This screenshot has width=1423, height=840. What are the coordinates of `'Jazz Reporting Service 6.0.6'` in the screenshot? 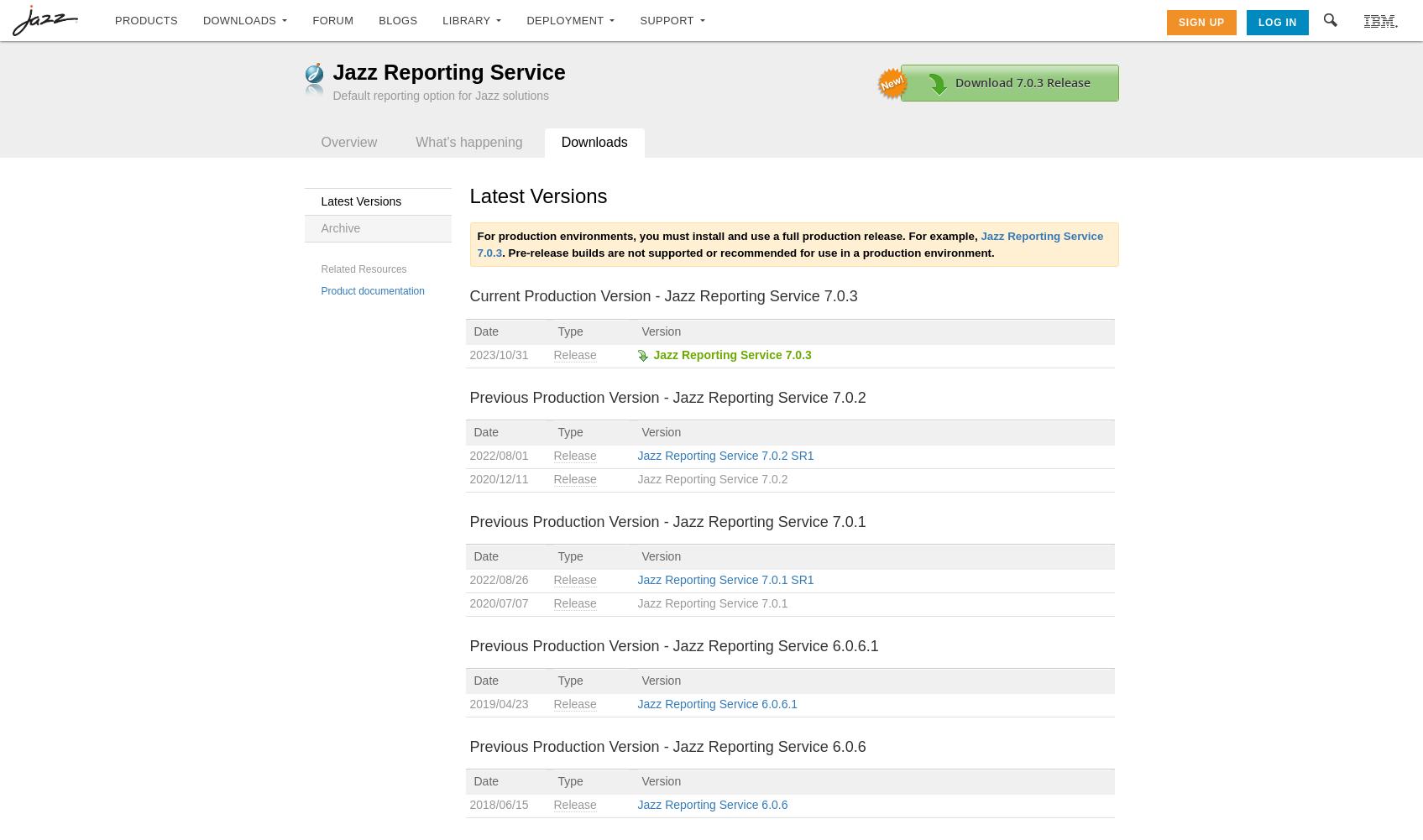 It's located at (636, 803).